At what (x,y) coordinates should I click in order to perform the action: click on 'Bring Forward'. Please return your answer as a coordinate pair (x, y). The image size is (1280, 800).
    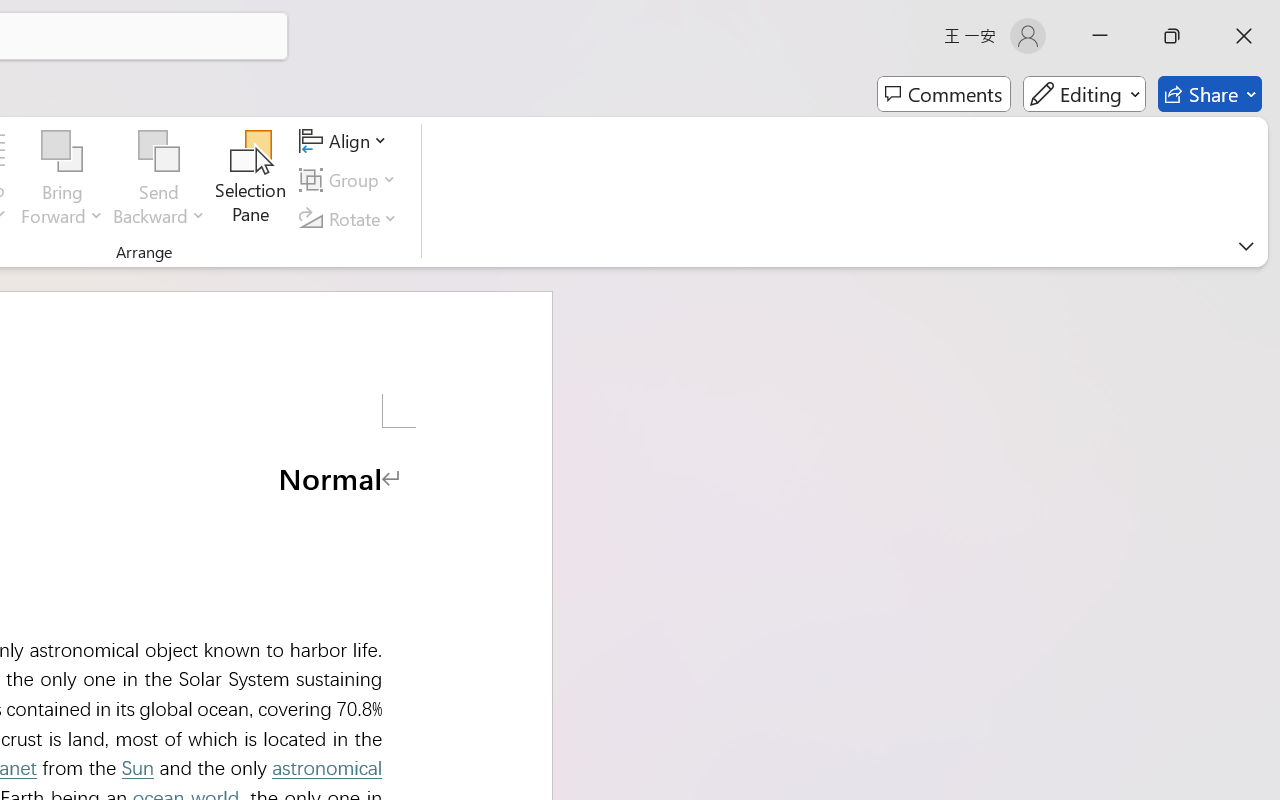
    Looking at the image, I should click on (62, 151).